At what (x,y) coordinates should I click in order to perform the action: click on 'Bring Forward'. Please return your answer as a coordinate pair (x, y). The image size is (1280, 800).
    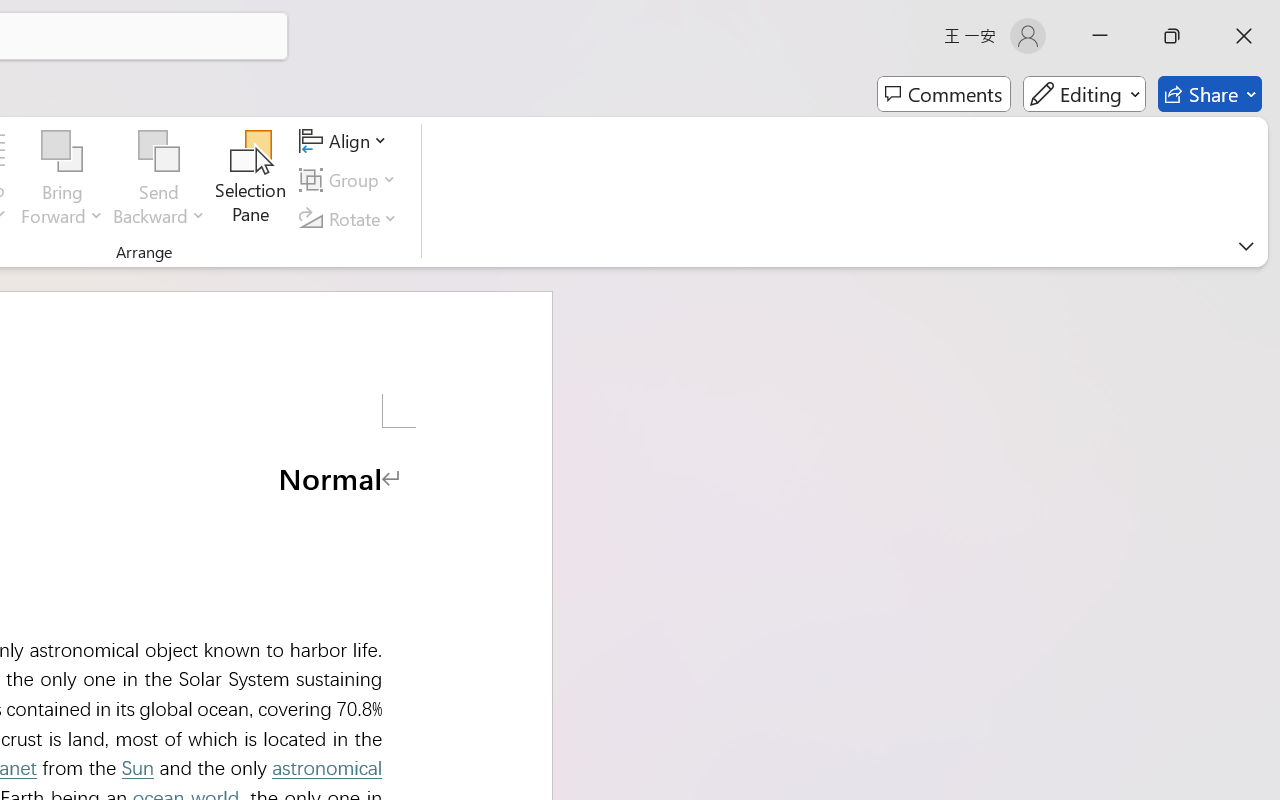
    Looking at the image, I should click on (62, 151).